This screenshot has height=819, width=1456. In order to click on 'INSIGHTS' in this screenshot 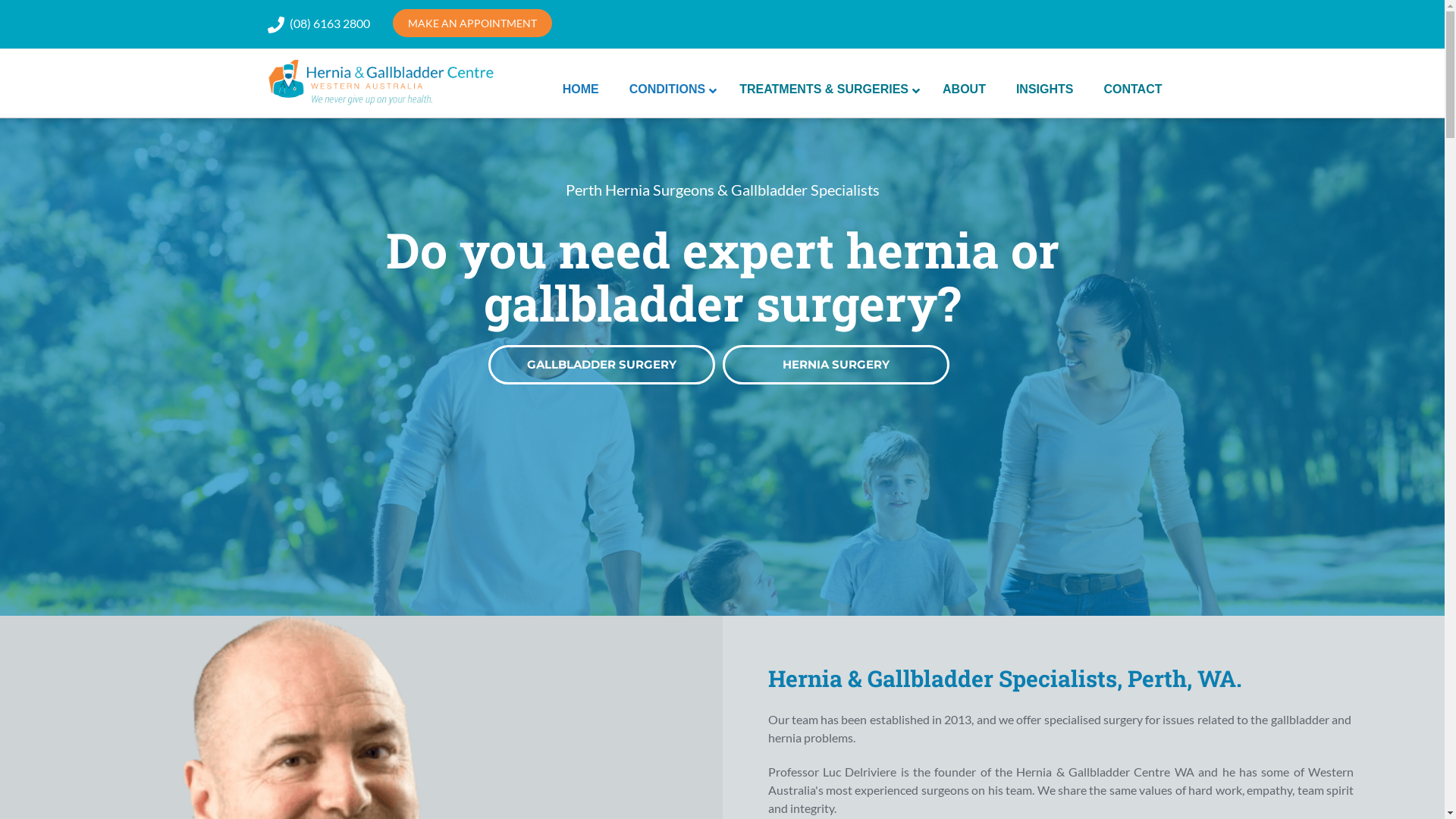, I will do `click(1043, 89)`.